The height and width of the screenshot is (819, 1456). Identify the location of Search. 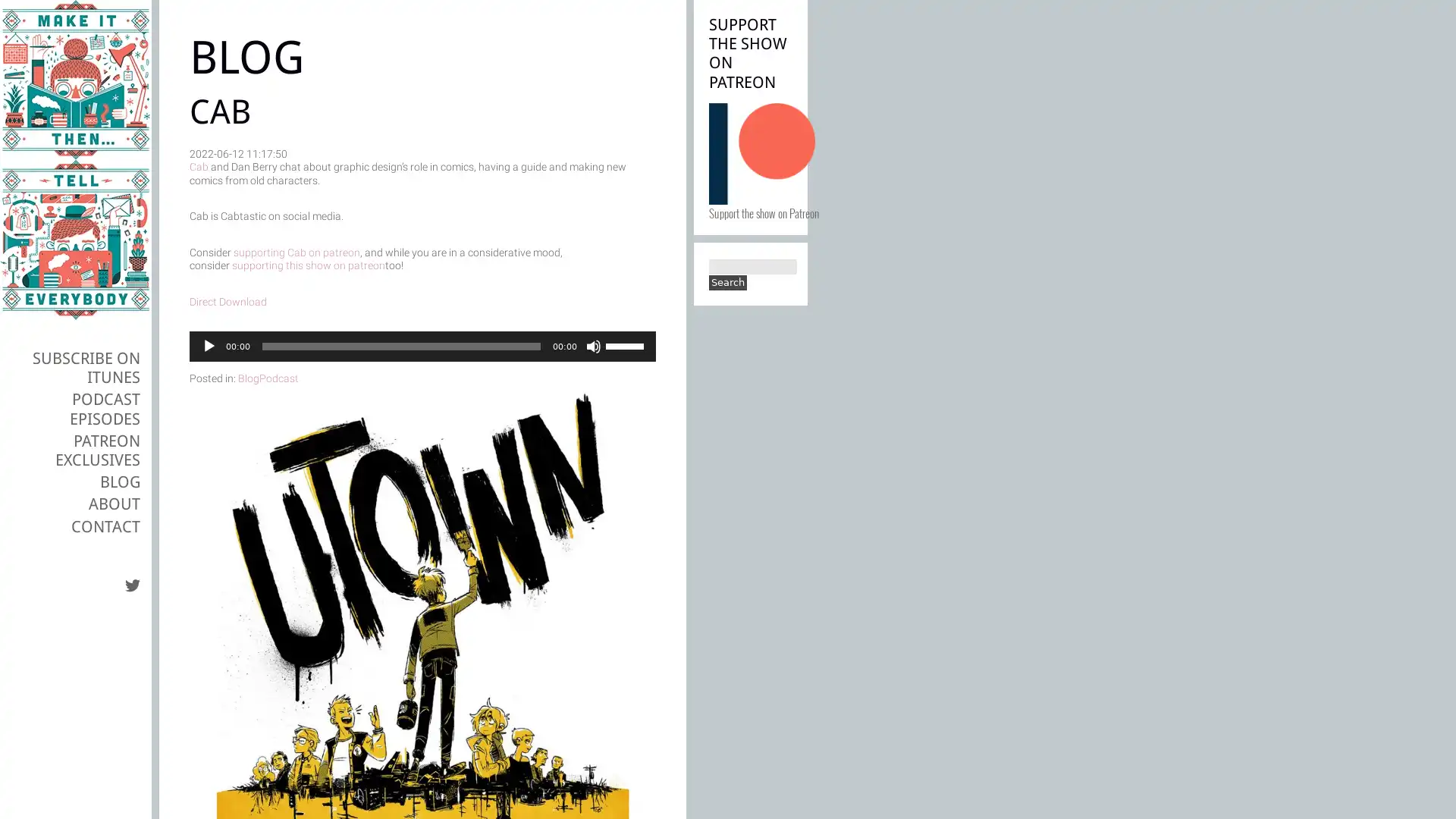
(728, 283).